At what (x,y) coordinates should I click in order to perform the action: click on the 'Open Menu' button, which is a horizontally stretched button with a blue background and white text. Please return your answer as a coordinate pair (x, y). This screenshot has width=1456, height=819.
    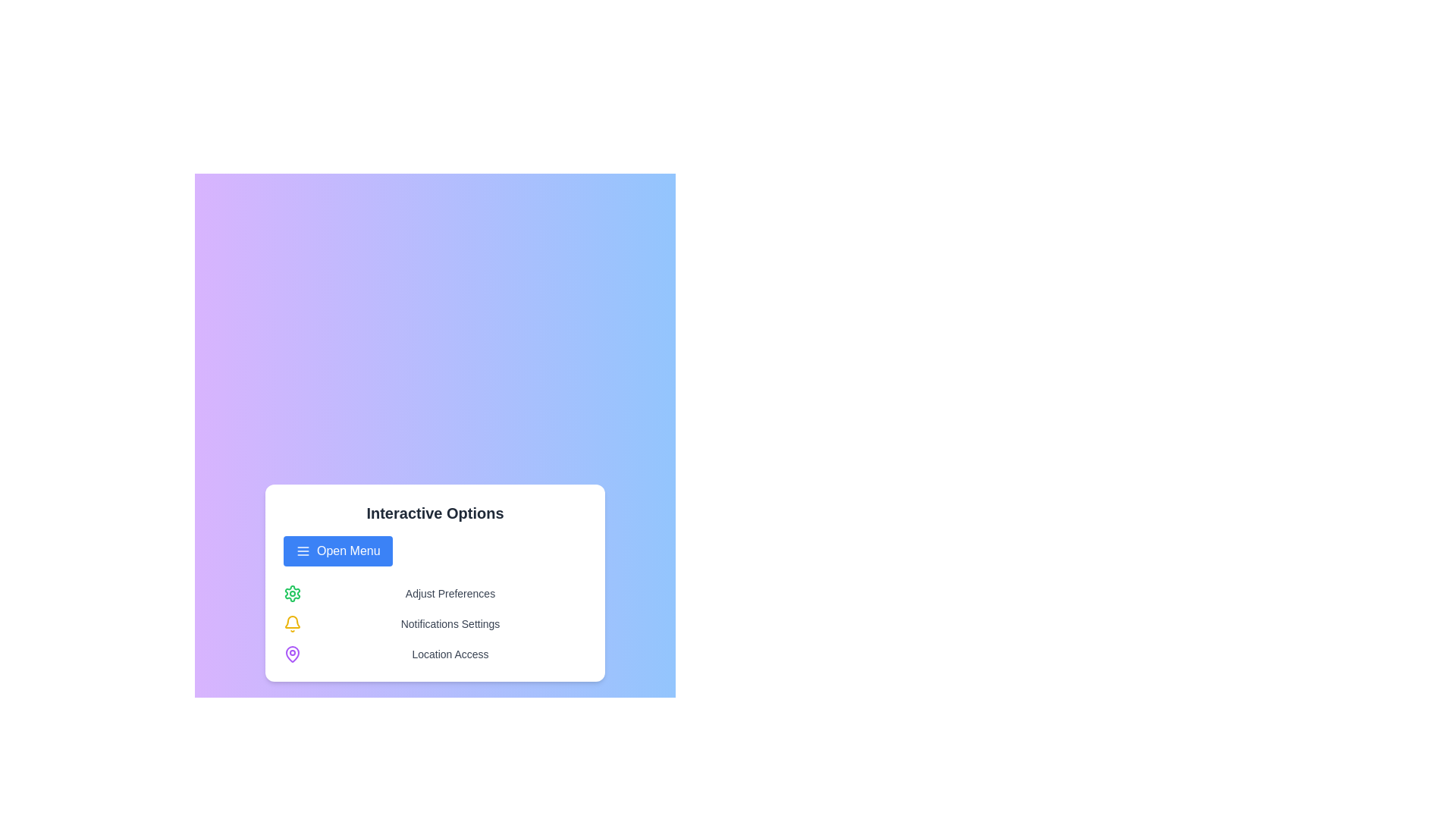
    Looking at the image, I should click on (337, 551).